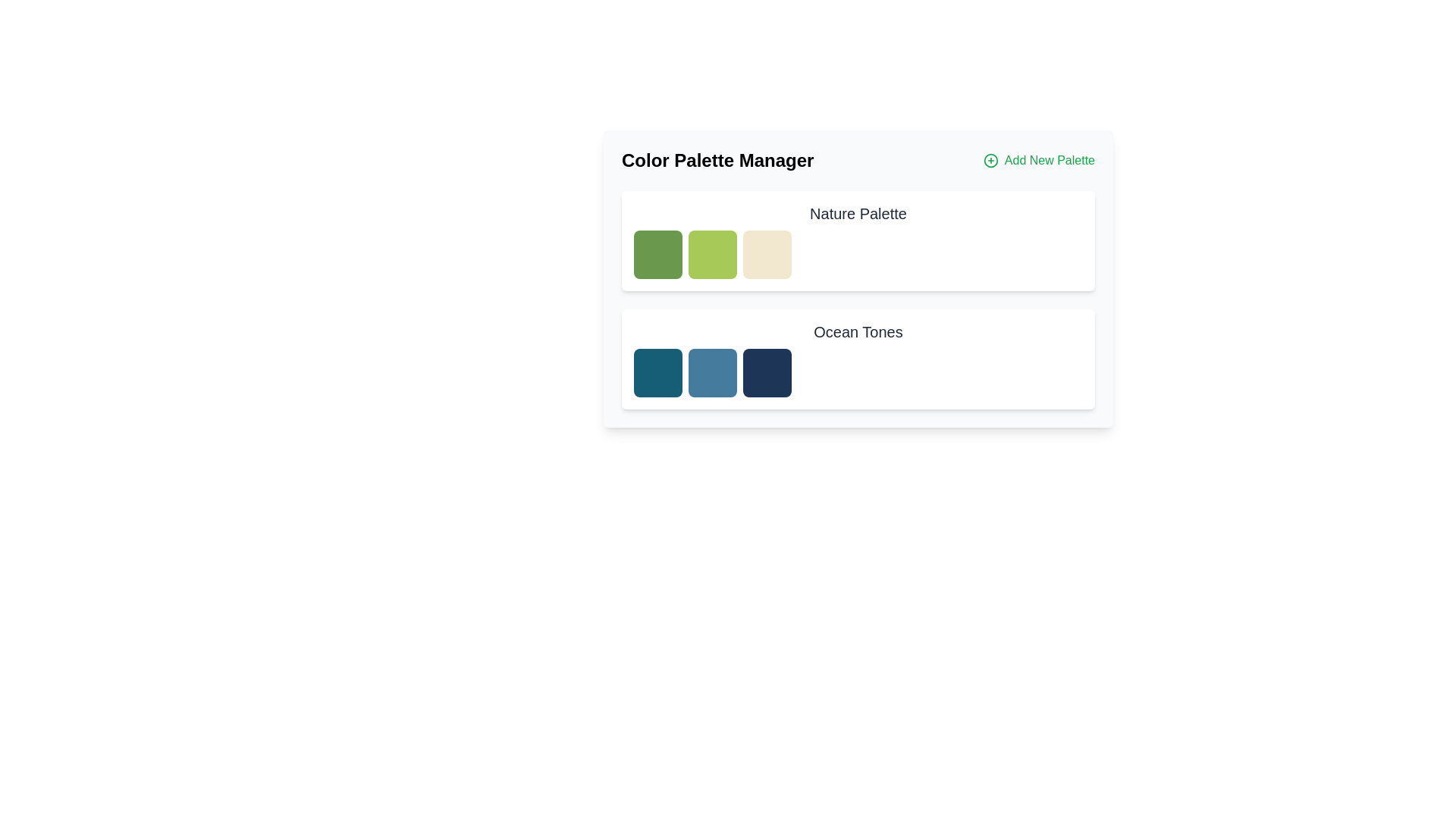  What do you see at coordinates (658, 373) in the screenshot?
I see `the first teal color swatch element under the 'Ocean Tones' section` at bounding box center [658, 373].